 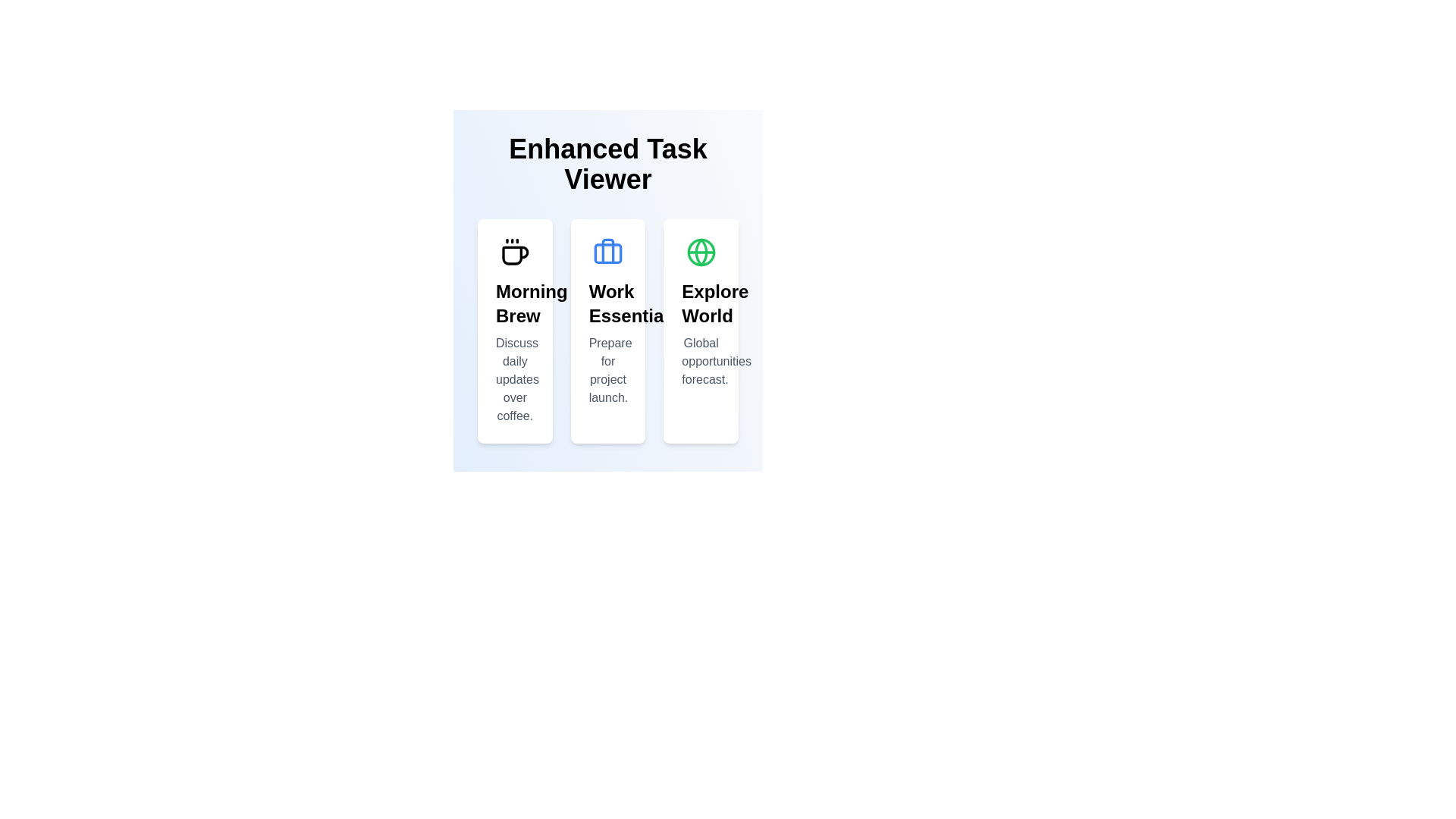 I want to click on the blue suitcase icon located at the top of the 'Work Essentials' card, so click(x=607, y=251).